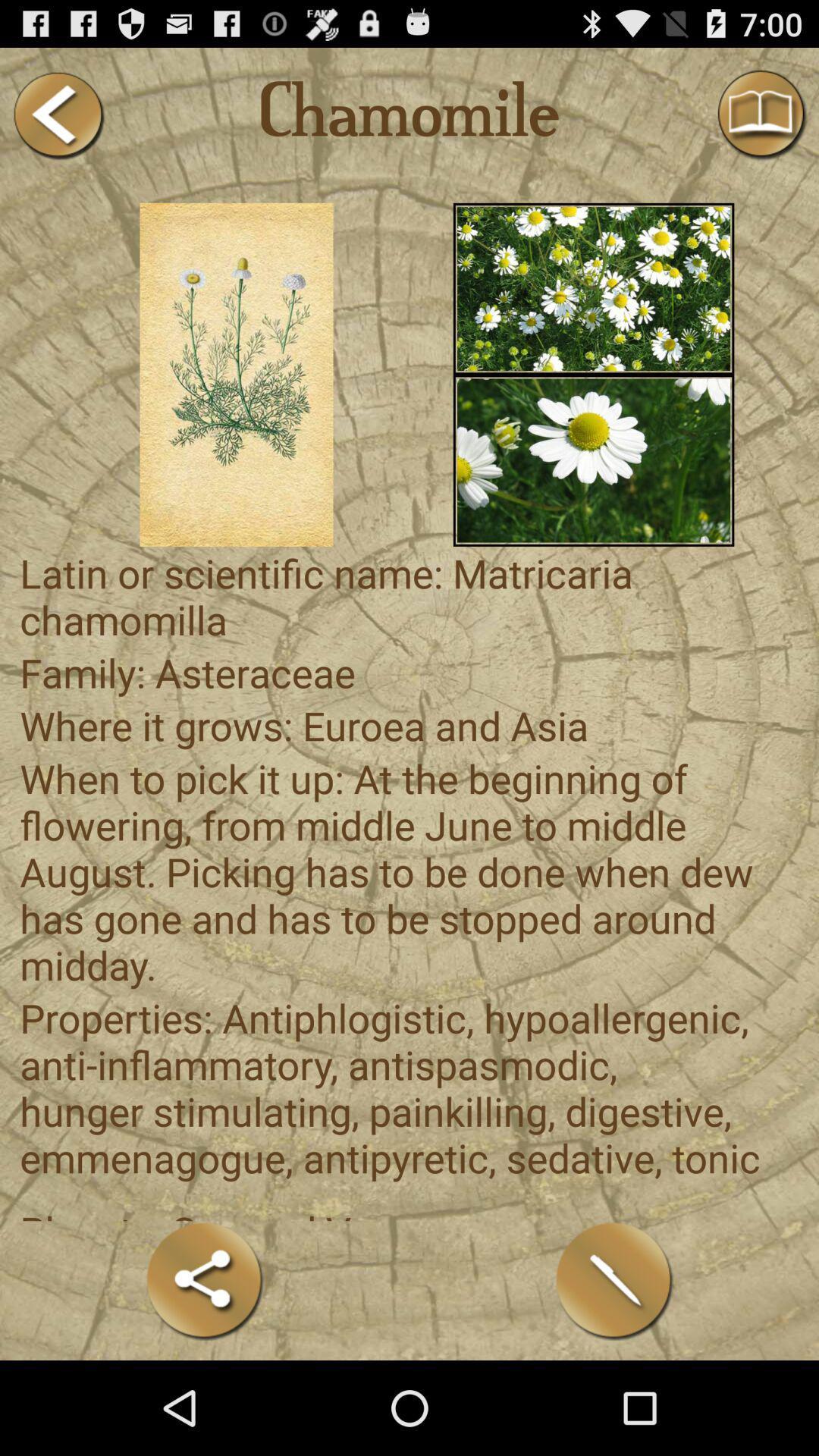 The height and width of the screenshot is (1456, 819). What do you see at coordinates (57, 115) in the screenshot?
I see `the icon to the left of the chamomile` at bounding box center [57, 115].